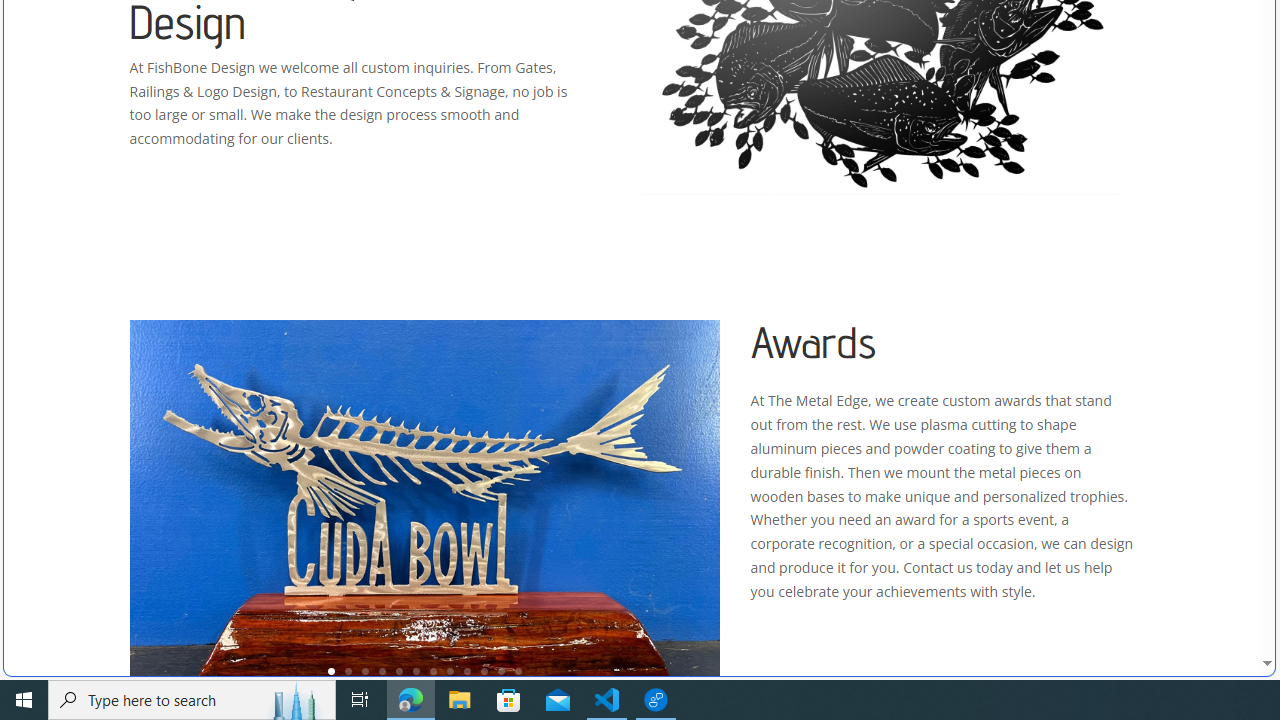 This screenshot has width=1280, height=720. I want to click on '5', so click(399, 671).